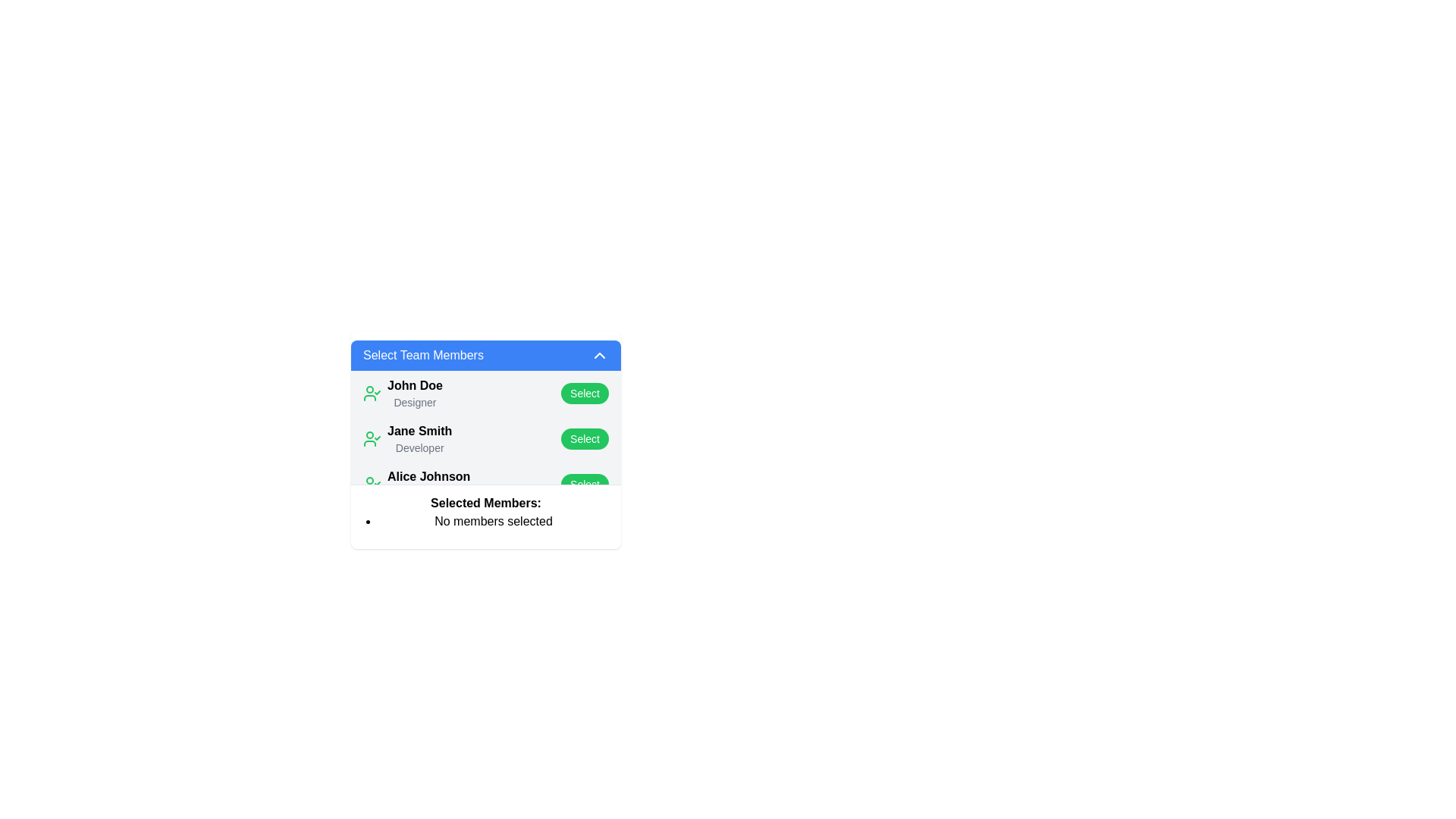  I want to click on the second List Item Widget representing a team member to focus on it, located within the 'Select Team Members' group, so click(407, 438).